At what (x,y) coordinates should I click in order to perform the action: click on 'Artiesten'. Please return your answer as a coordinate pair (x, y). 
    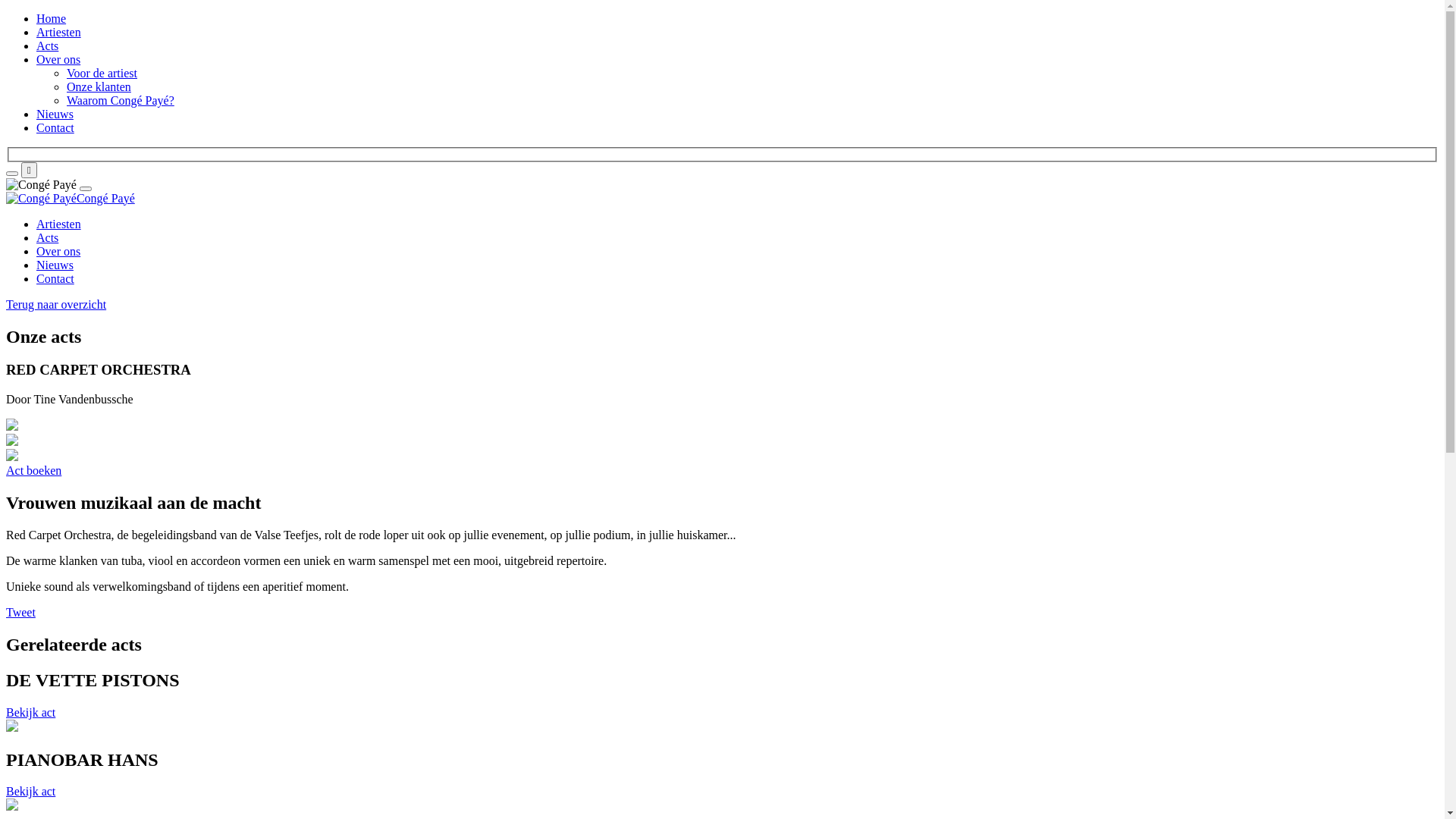
    Looking at the image, I should click on (36, 224).